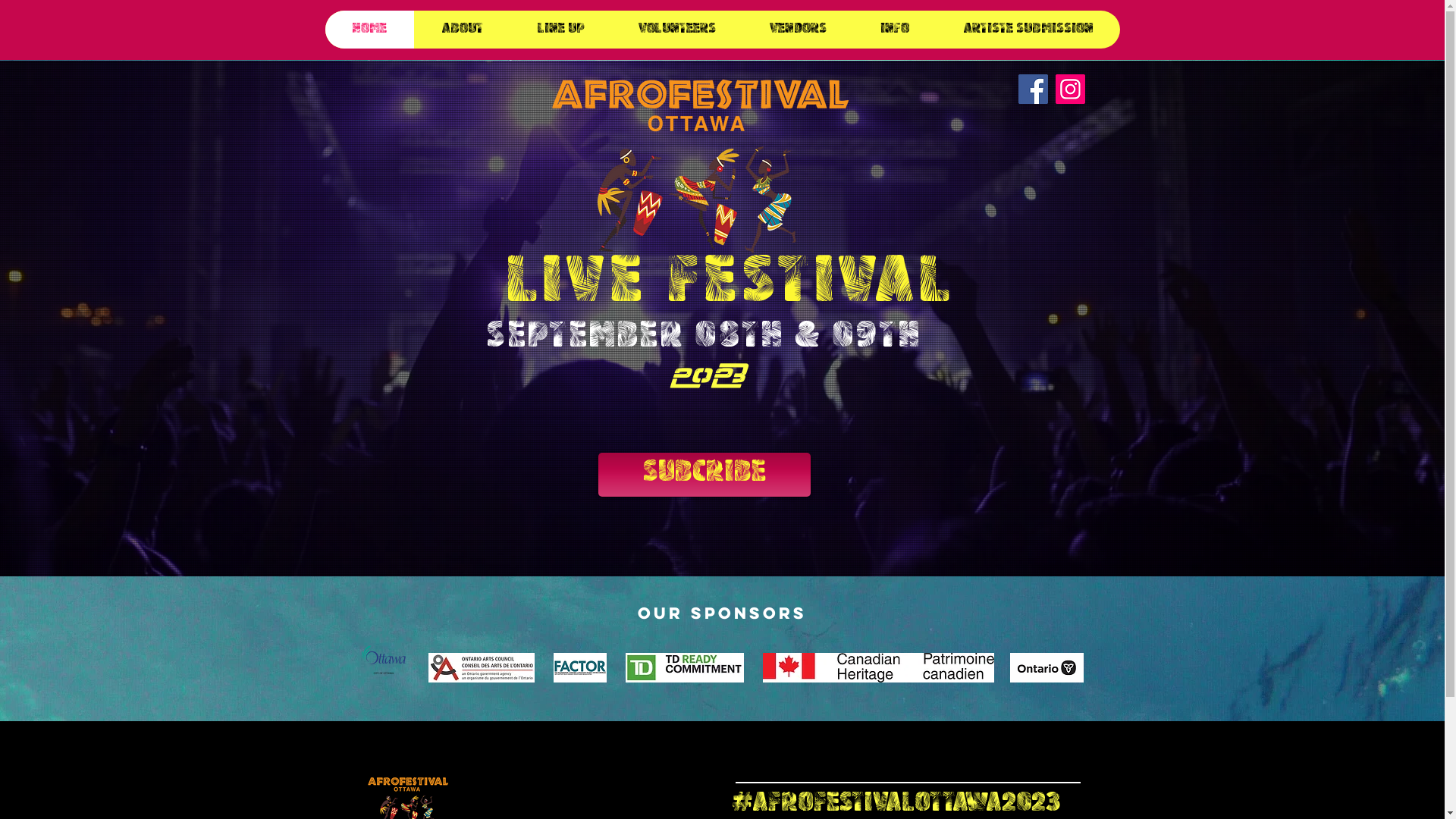 The image size is (1456, 819). What do you see at coordinates (676, 29) in the screenshot?
I see `'VOLUNTEERS'` at bounding box center [676, 29].